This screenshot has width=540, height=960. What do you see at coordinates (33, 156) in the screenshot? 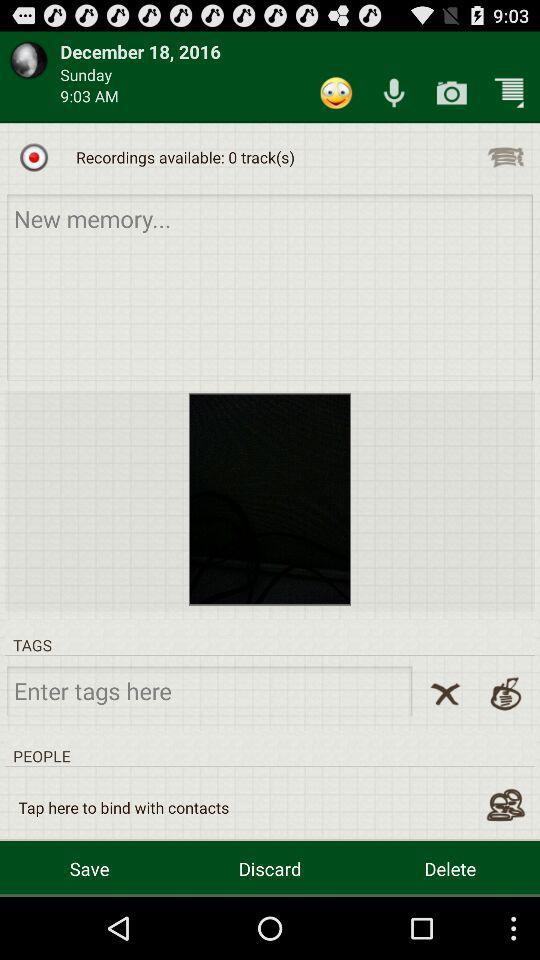
I see `the icon next to recordings available 0 icon` at bounding box center [33, 156].